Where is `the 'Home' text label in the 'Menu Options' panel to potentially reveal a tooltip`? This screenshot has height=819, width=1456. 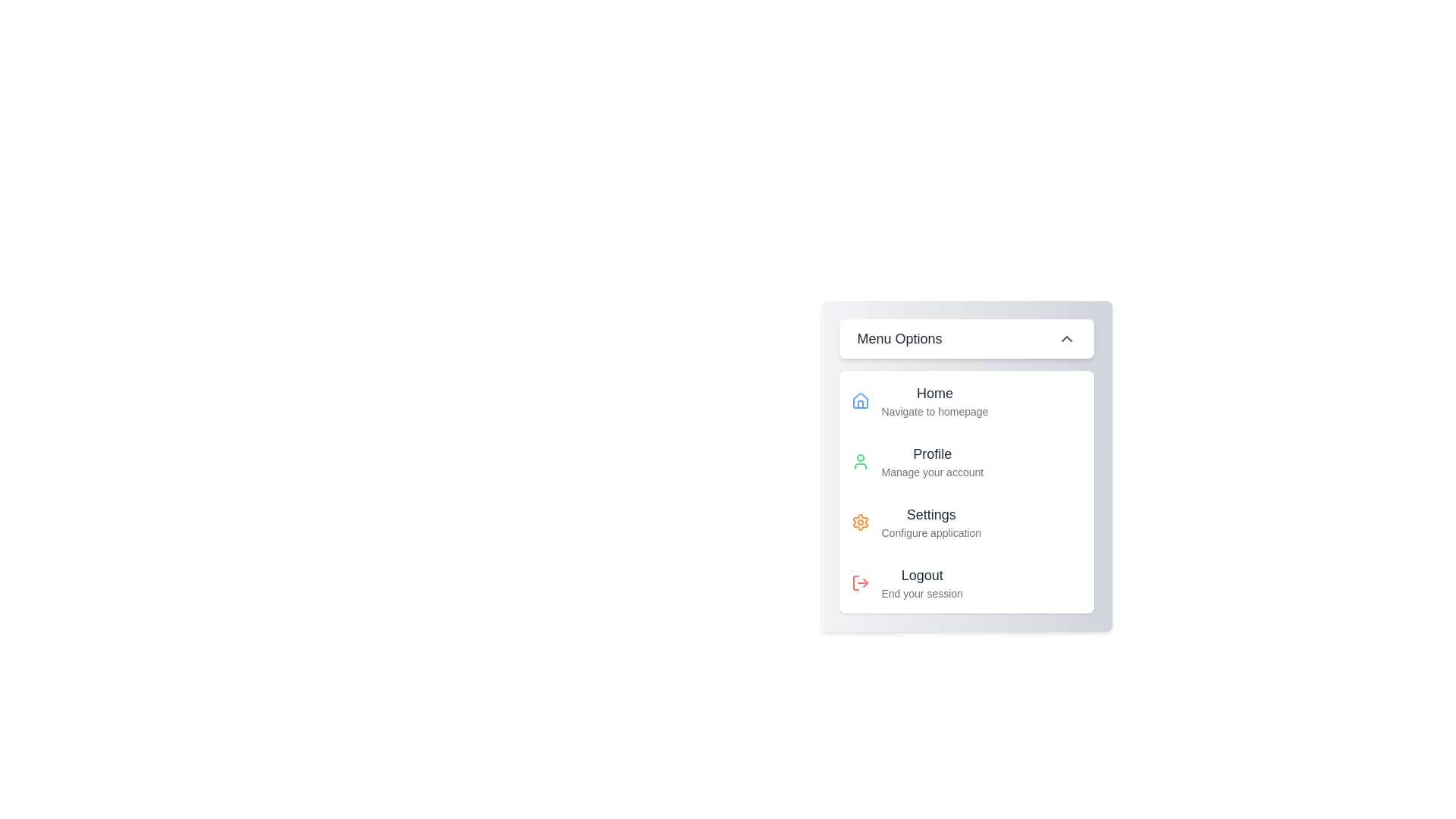
the 'Home' text label in the 'Menu Options' panel to potentially reveal a tooltip is located at coordinates (934, 400).